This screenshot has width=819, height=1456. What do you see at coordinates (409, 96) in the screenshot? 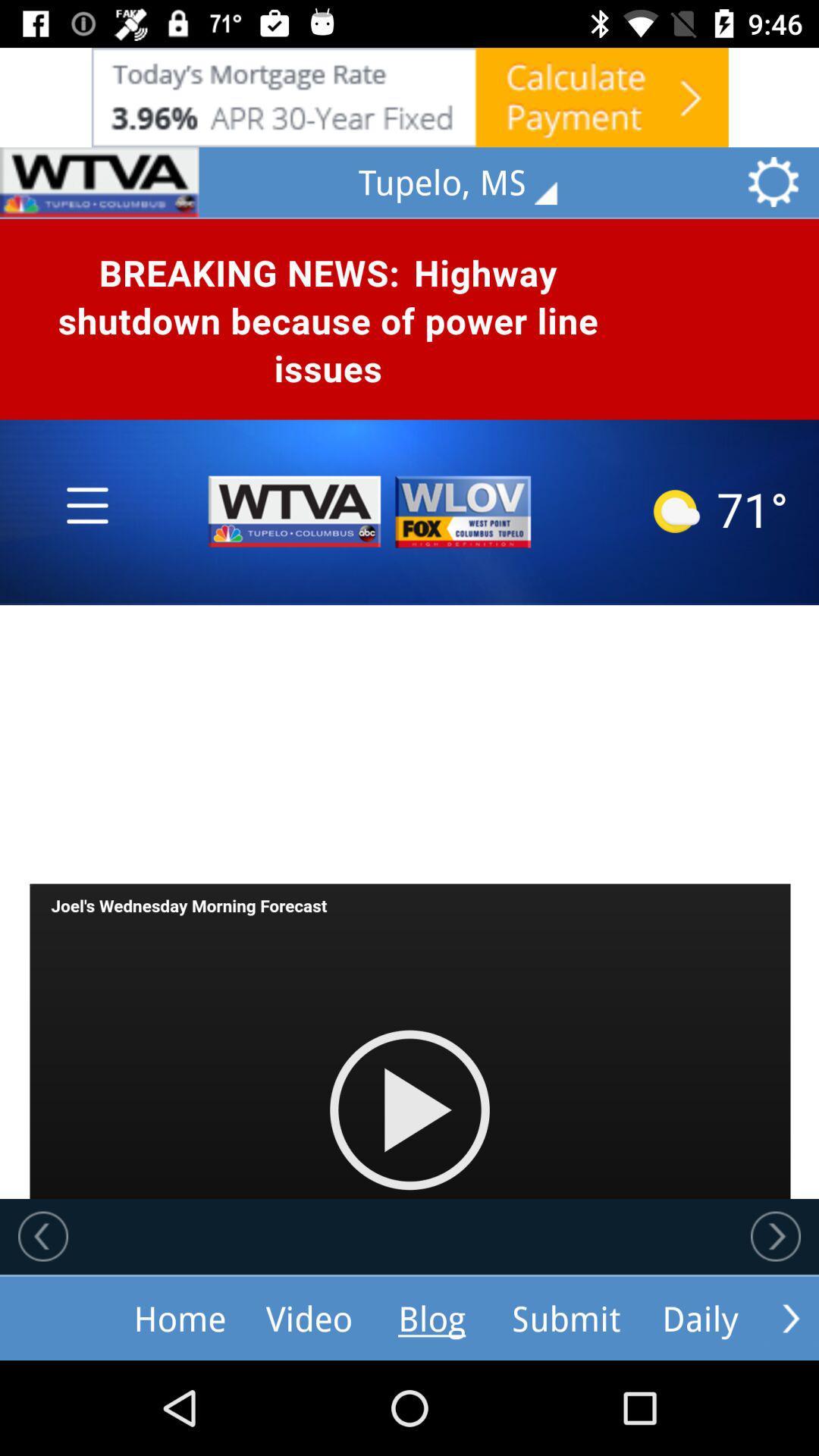
I see `the advertised website` at bounding box center [409, 96].